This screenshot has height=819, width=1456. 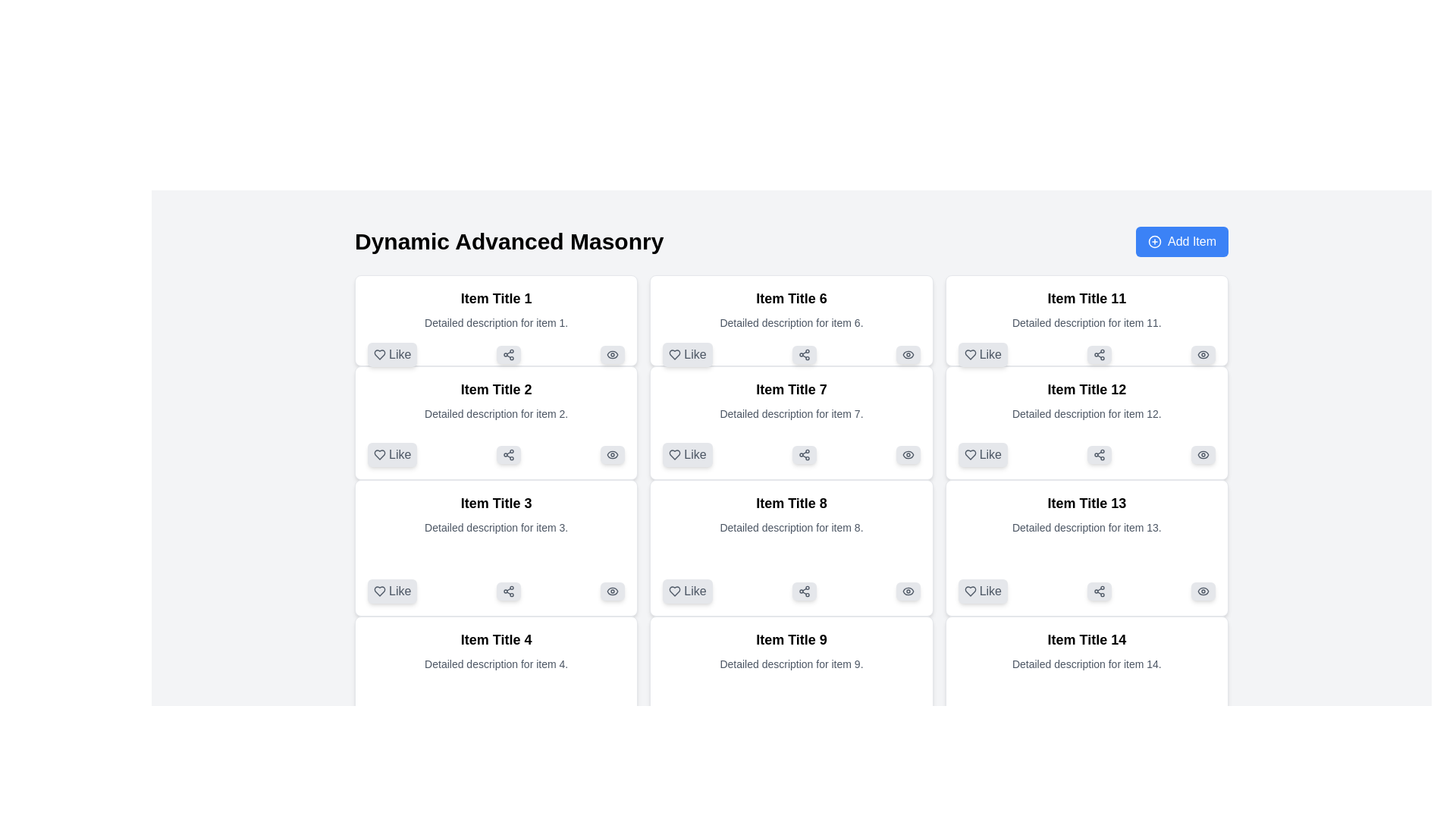 What do you see at coordinates (496, 322) in the screenshot?
I see `the text segment displaying 'Detailed description for item 1.' which is styled in a smaller gray font and located beneath 'Item Title 1' in the first card of the grid layout` at bounding box center [496, 322].